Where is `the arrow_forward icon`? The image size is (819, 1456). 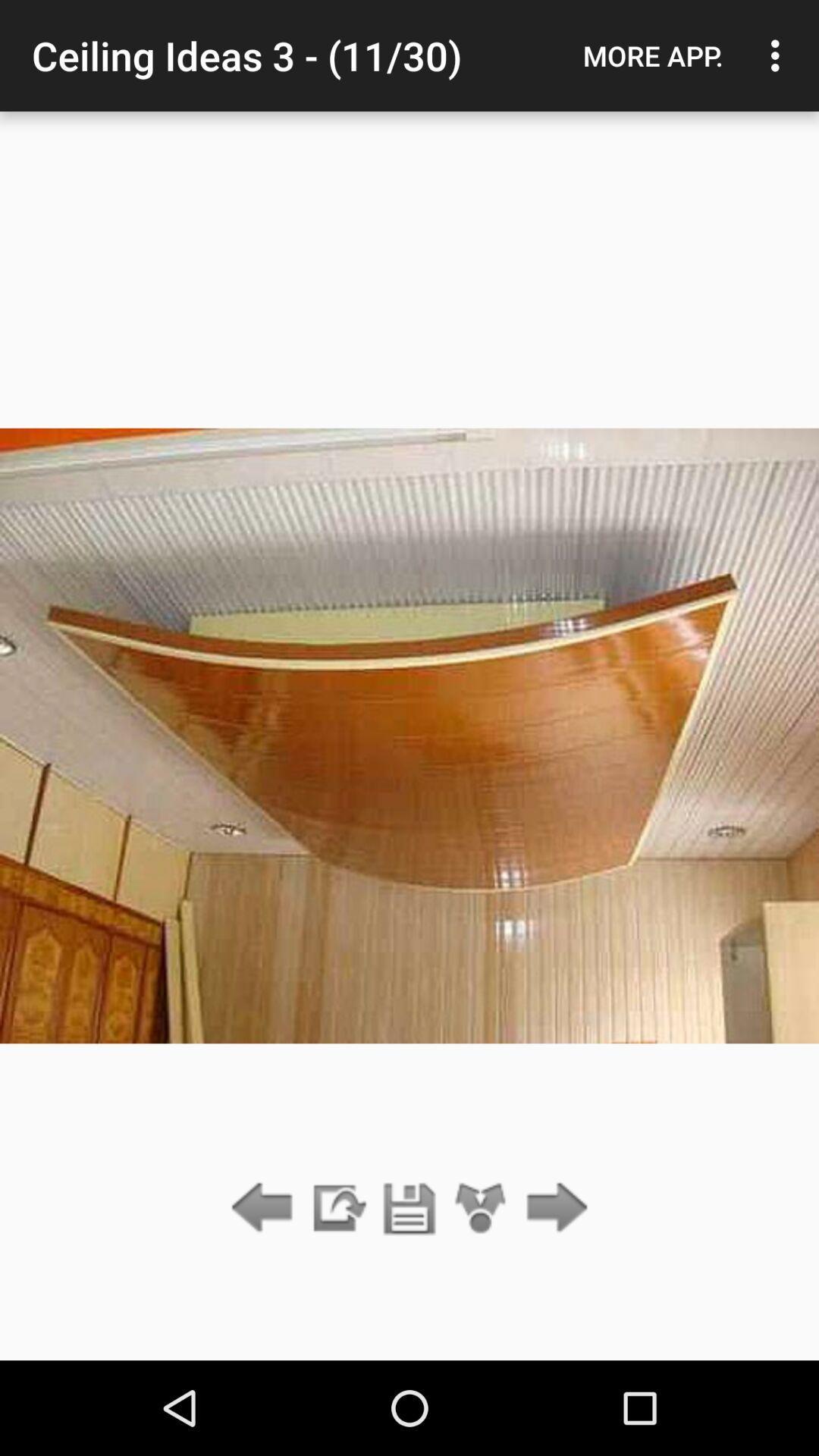 the arrow_forward icon is located at coordinates (553, 1208).